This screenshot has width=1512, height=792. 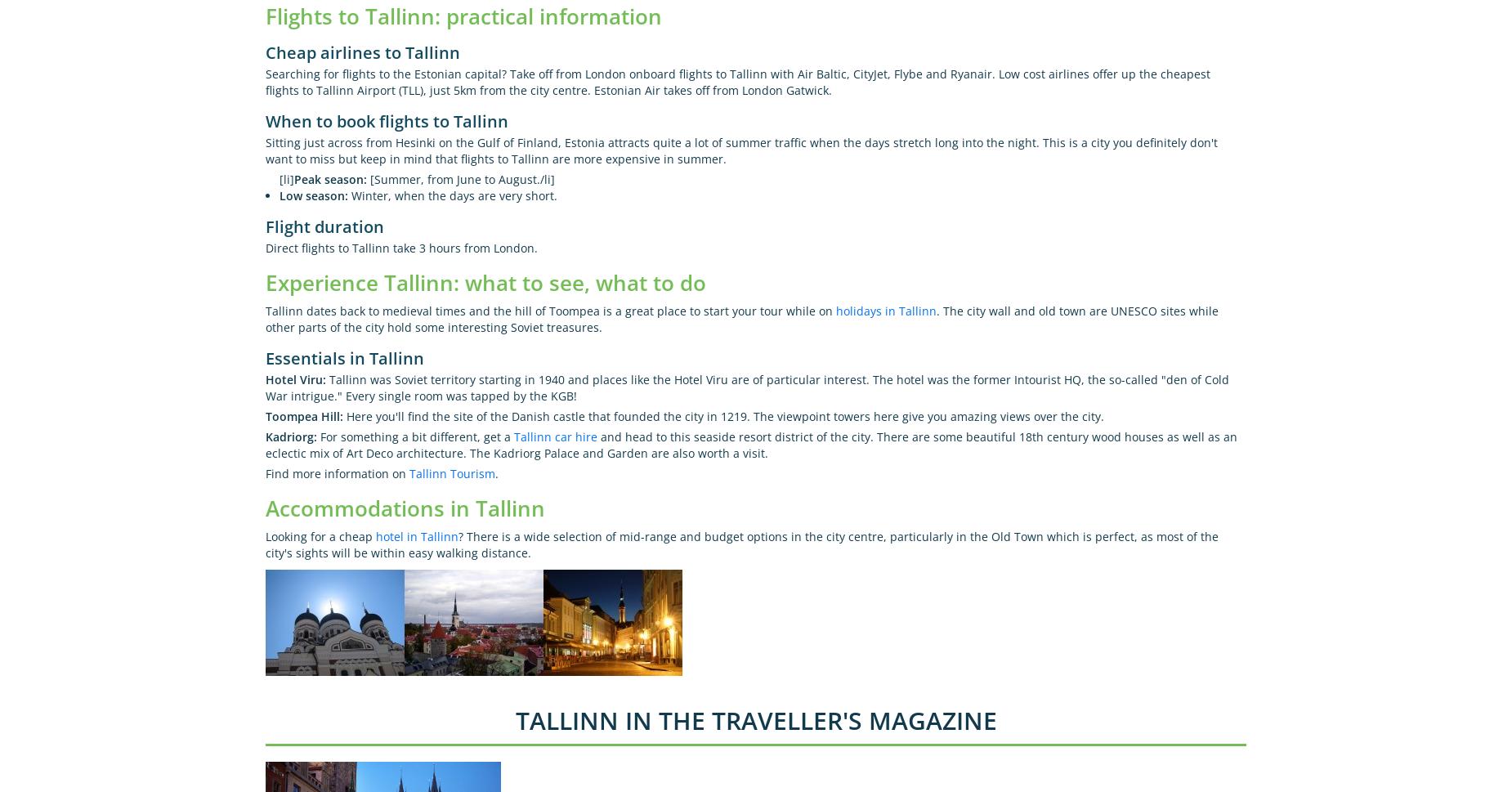 I want to click on 'Tallinn dates back to medieval times and the hill of Toompea is a great place to start your tour while on', so click(x=550, y=310).